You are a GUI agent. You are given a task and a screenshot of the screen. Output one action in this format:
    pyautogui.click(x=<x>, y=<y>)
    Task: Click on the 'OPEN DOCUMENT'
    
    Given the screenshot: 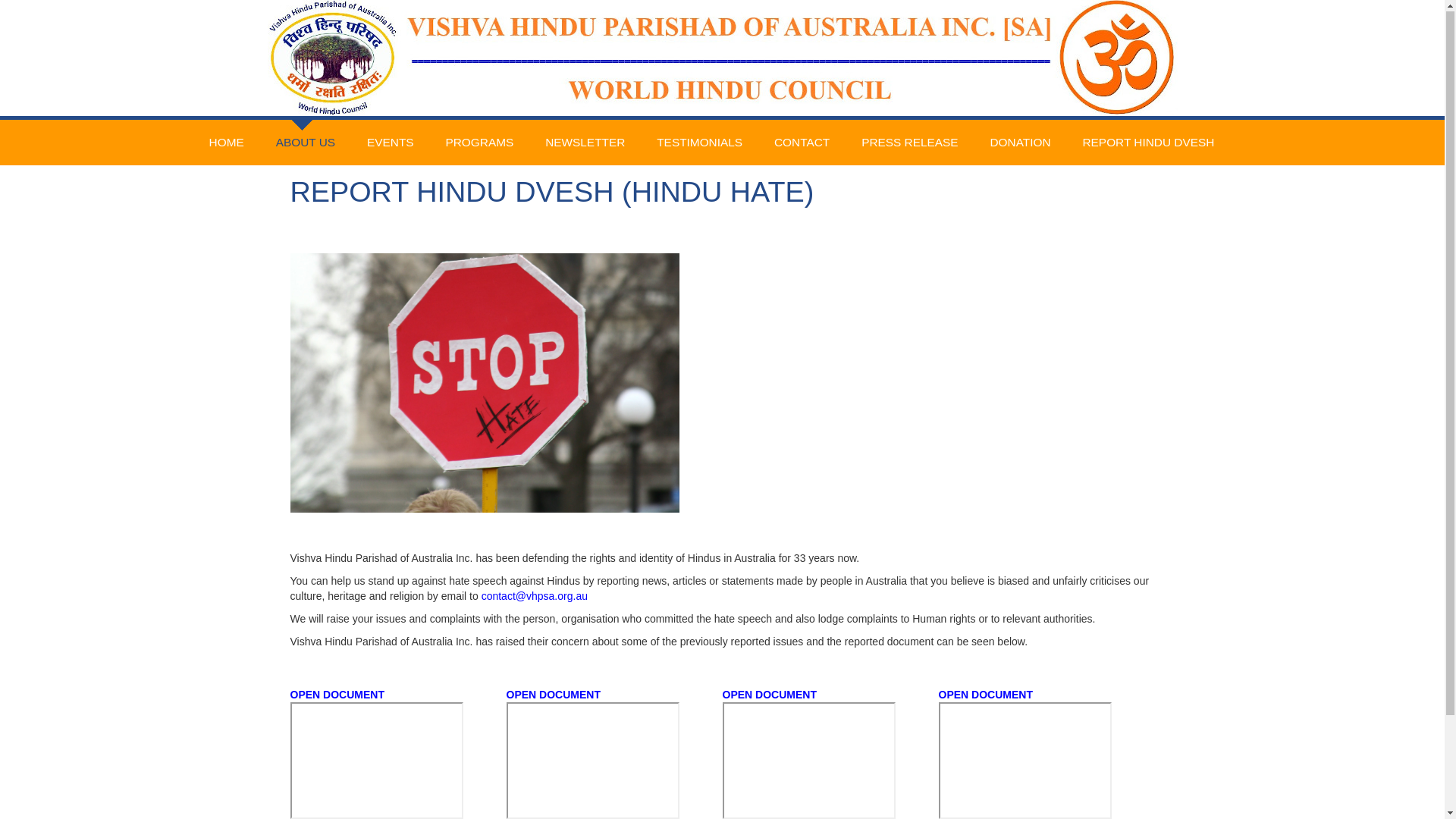 What is the action you would take?
    pyautogui.click(x=986, y=695)
    